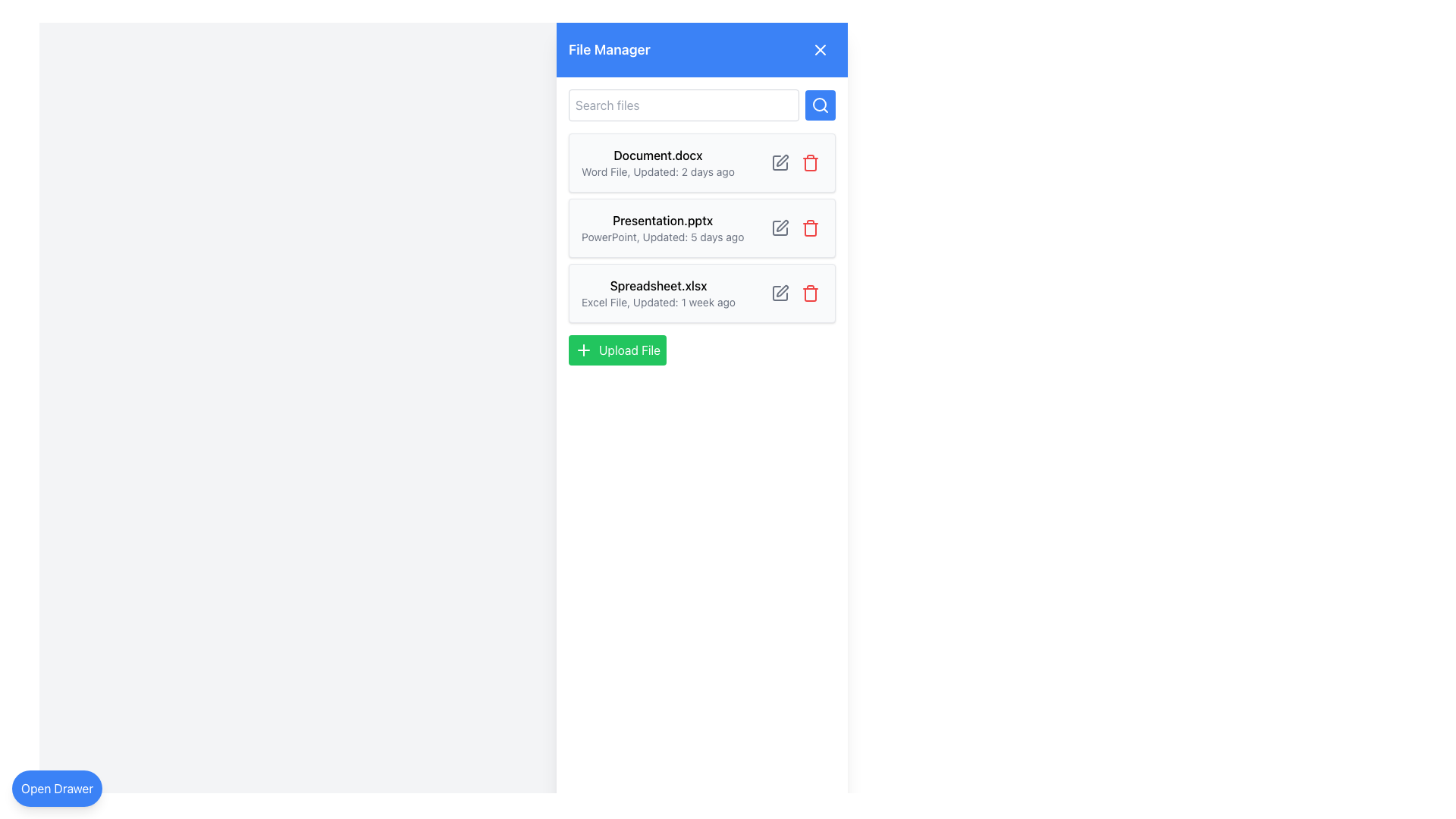 Image resolution: width=1456 pixels, height=819 pixels. Describe the element at coordinates (629, 350) in the screenshot. I see `the 'Upload File' label, which is styled in white text against a green rectangular background with rounded corners, located to the right of a green plus icon in the button group` at that location.